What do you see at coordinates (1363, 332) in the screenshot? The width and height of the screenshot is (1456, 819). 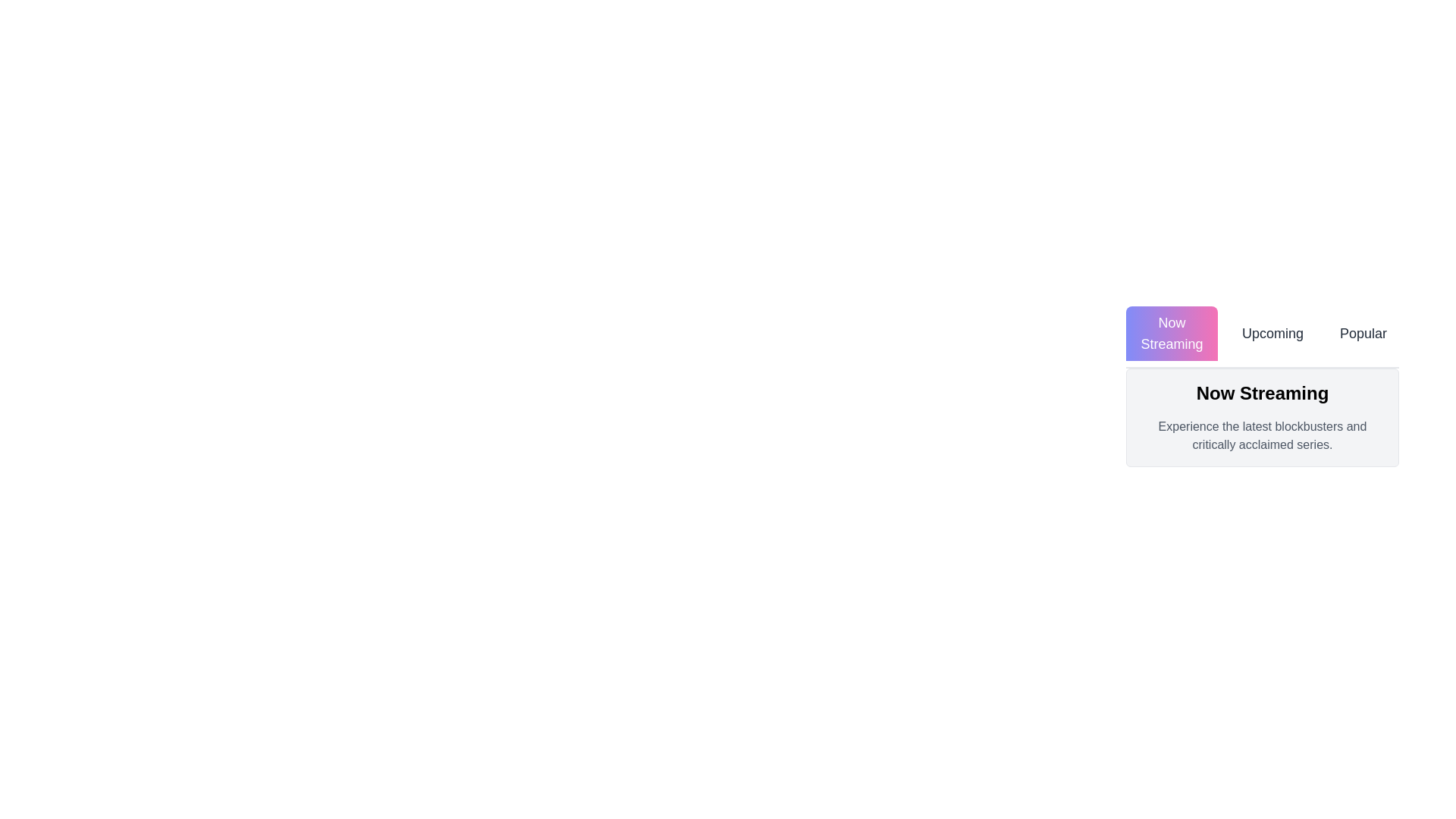 I see `the Popular tab to view its content` at bounding box center [1363, 332].